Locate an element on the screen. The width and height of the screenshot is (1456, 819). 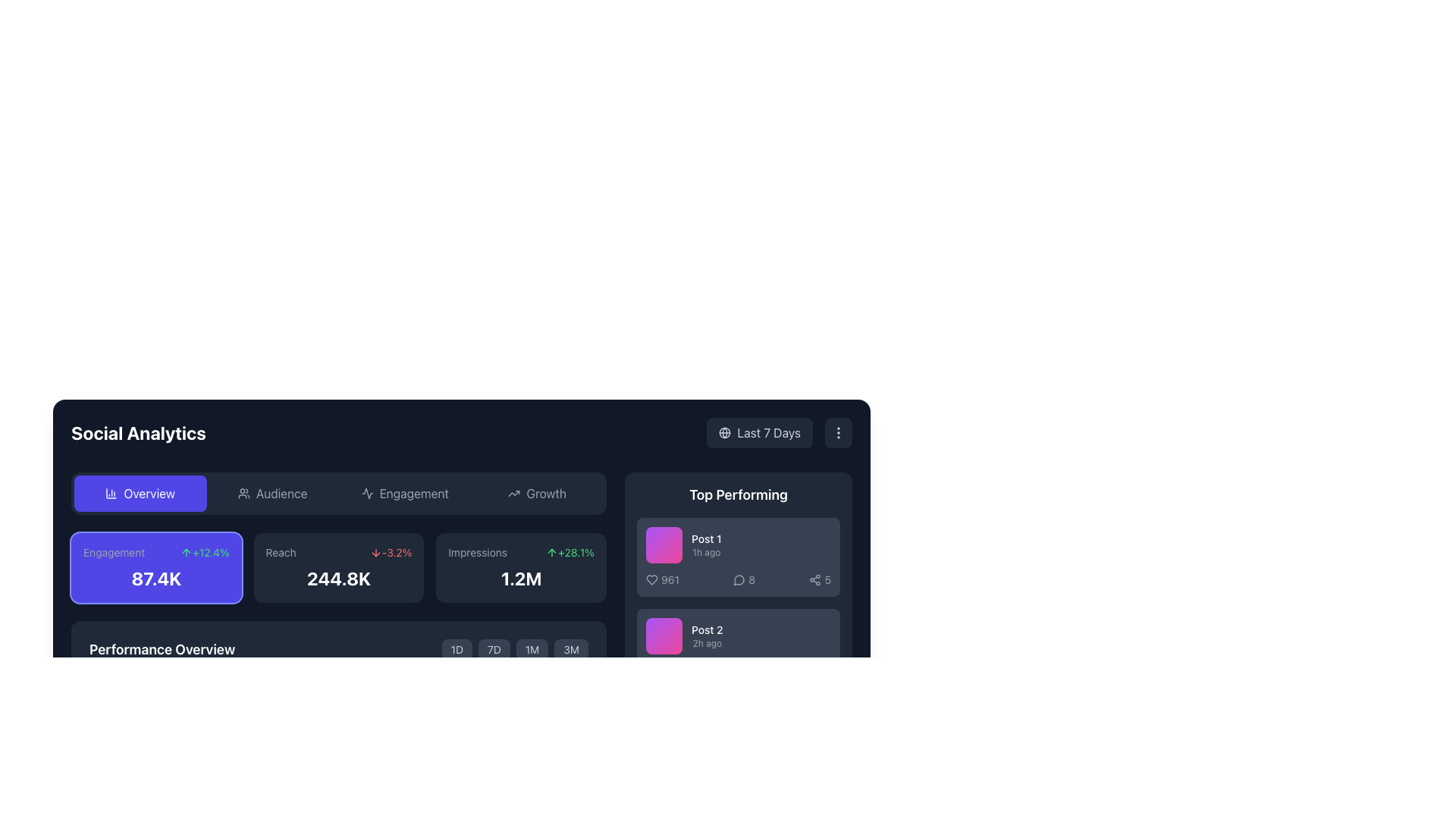
the 'Engagement' text label in the navigation bar is located at coordinates (414, 494).